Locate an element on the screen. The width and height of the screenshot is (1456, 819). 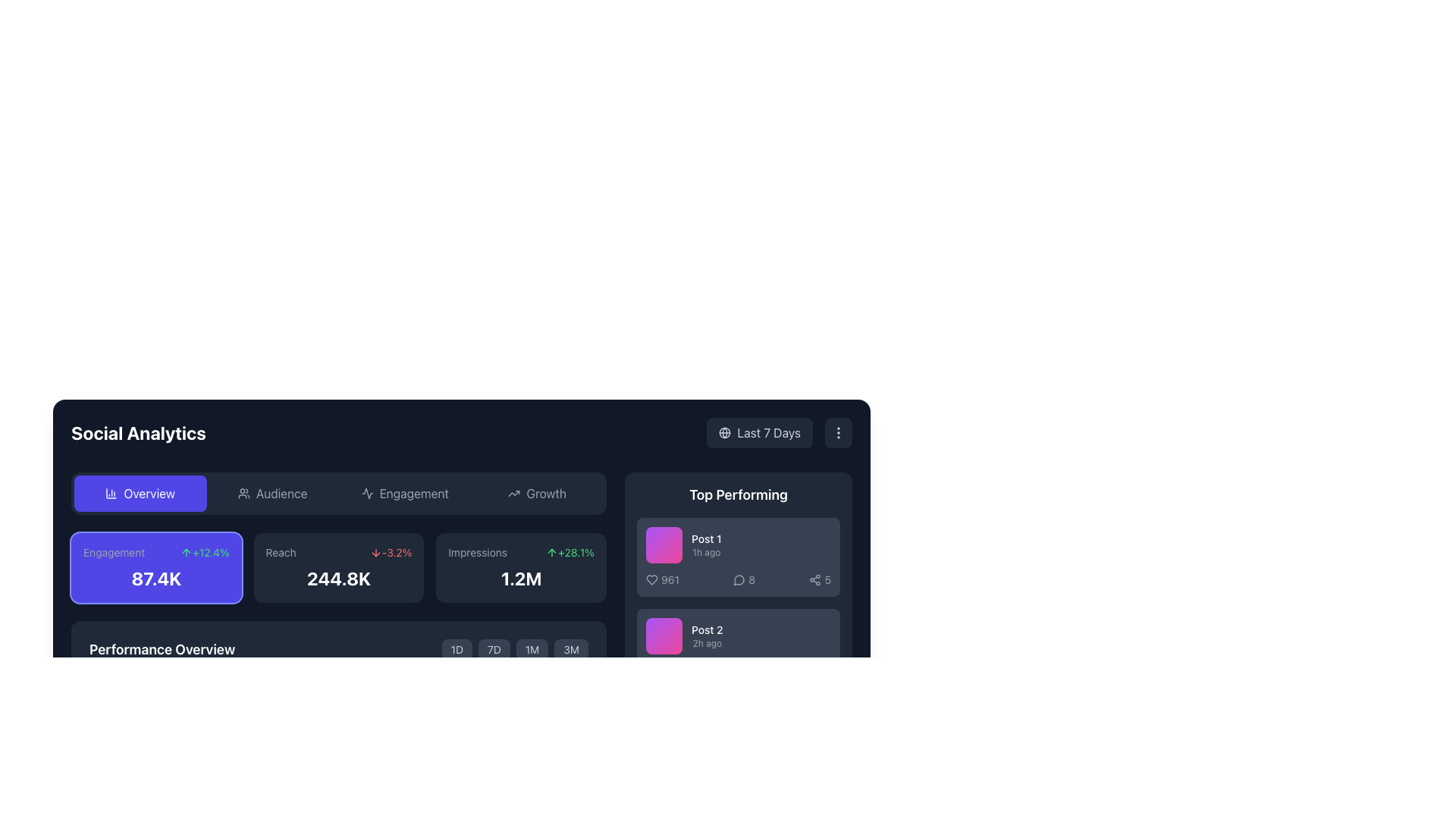
the 'Engagement' text label in the navigation bar is located at coordinates (414, 494).